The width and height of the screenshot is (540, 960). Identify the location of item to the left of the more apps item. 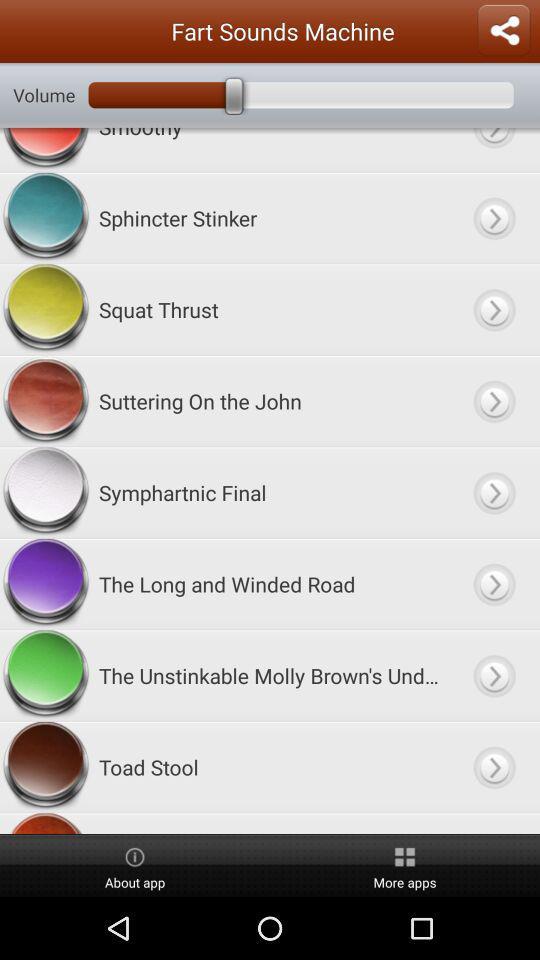
(135, 865).